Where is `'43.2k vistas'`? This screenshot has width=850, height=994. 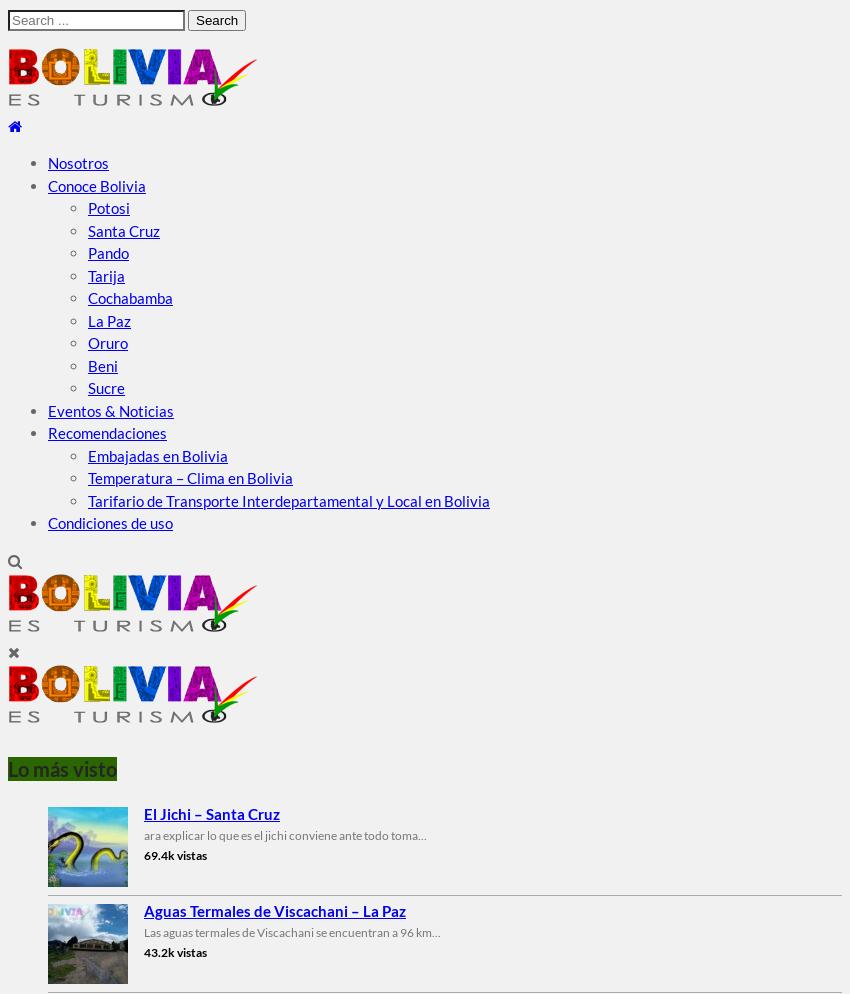
'43.2k vistas' is located at coordinates (174, 951).